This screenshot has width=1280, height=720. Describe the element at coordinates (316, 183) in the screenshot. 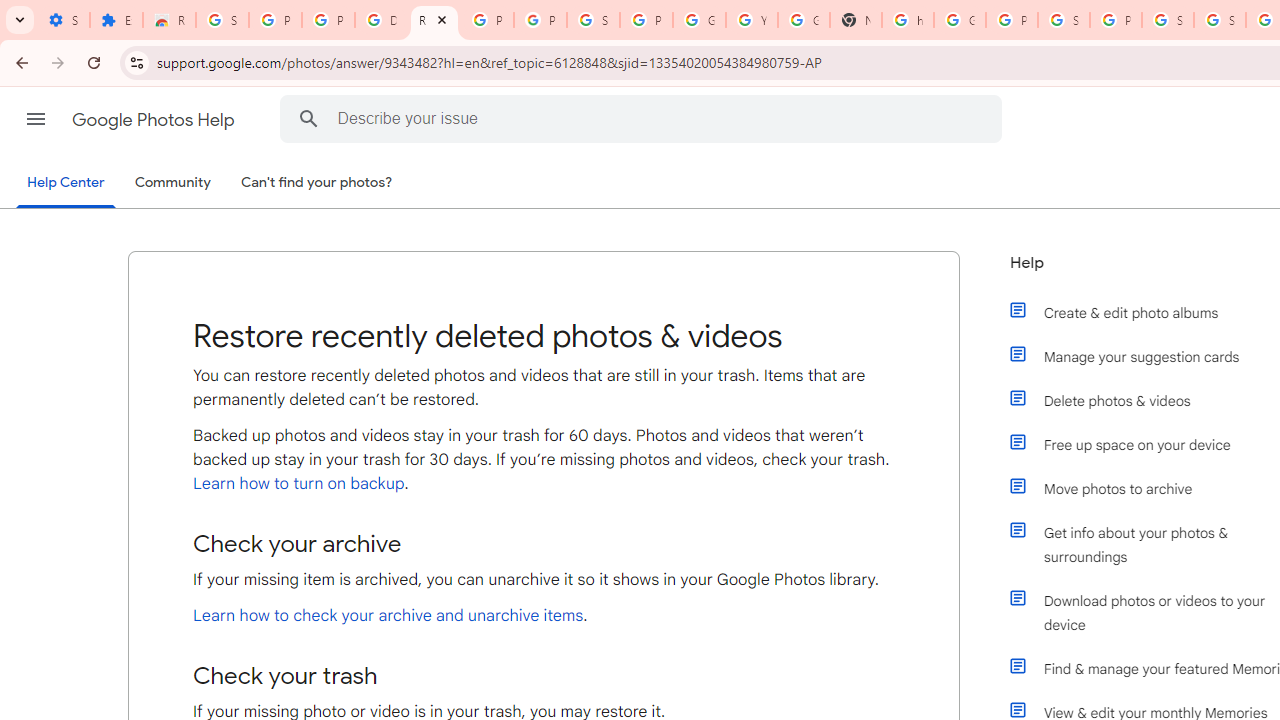

I see `'Can'` at that location.